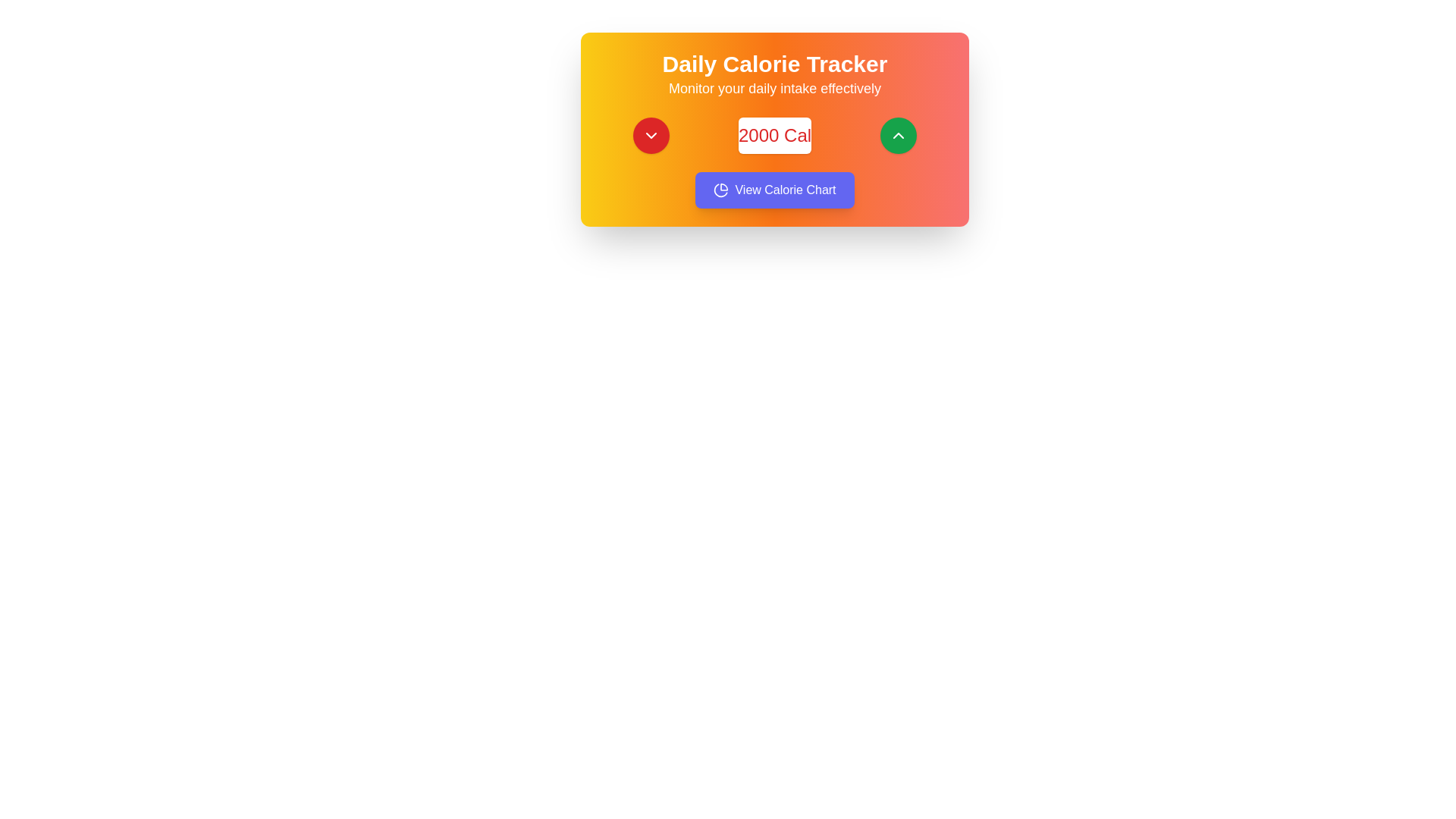  I want to click on the circular red button with a white downward-facing chevron icon, so click(651, 134).